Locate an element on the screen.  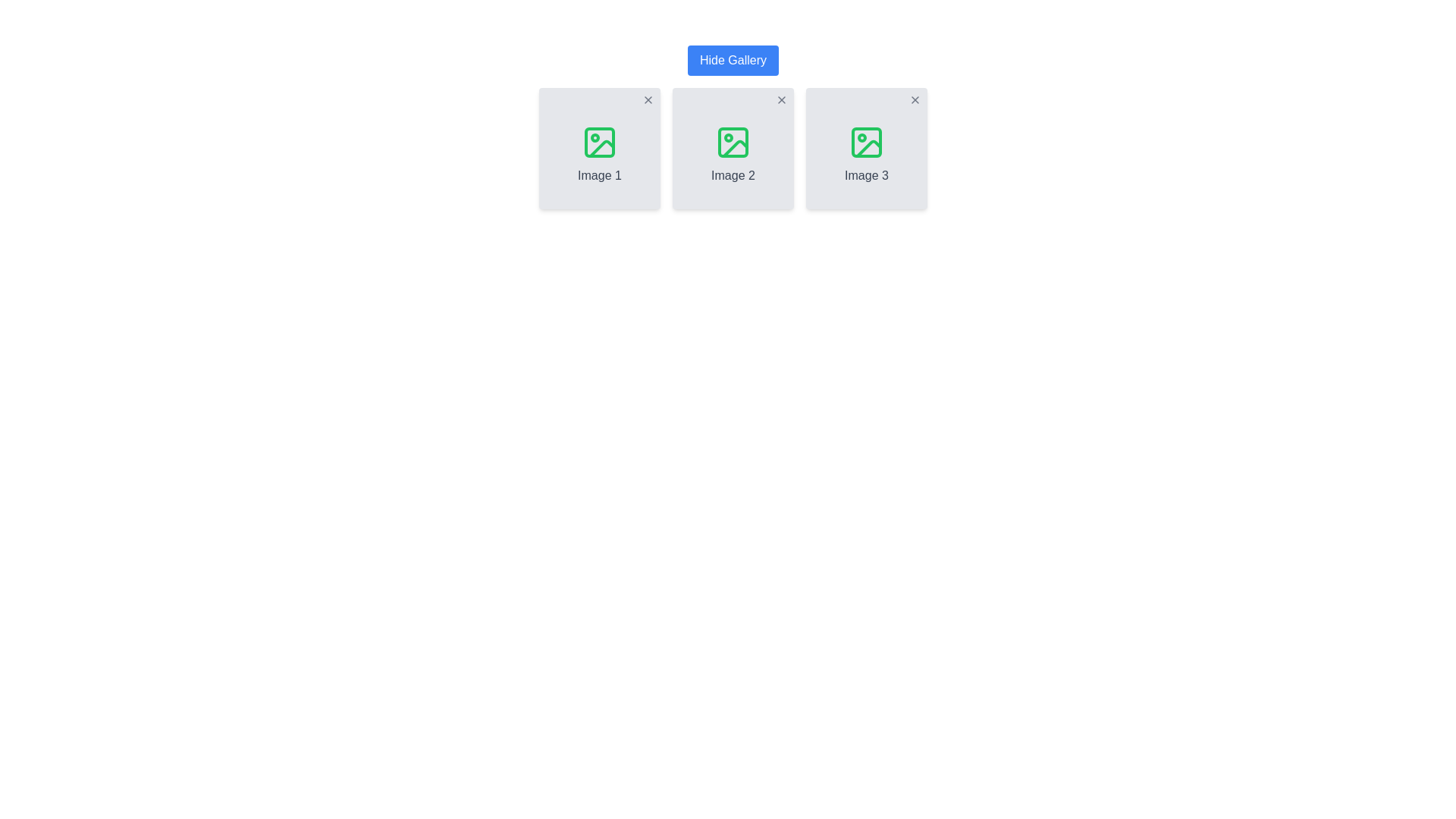
the icon representing an image placeholder located centrally in the third card from the left, above the label 'Image 3' is located at coordinates (866, 143).